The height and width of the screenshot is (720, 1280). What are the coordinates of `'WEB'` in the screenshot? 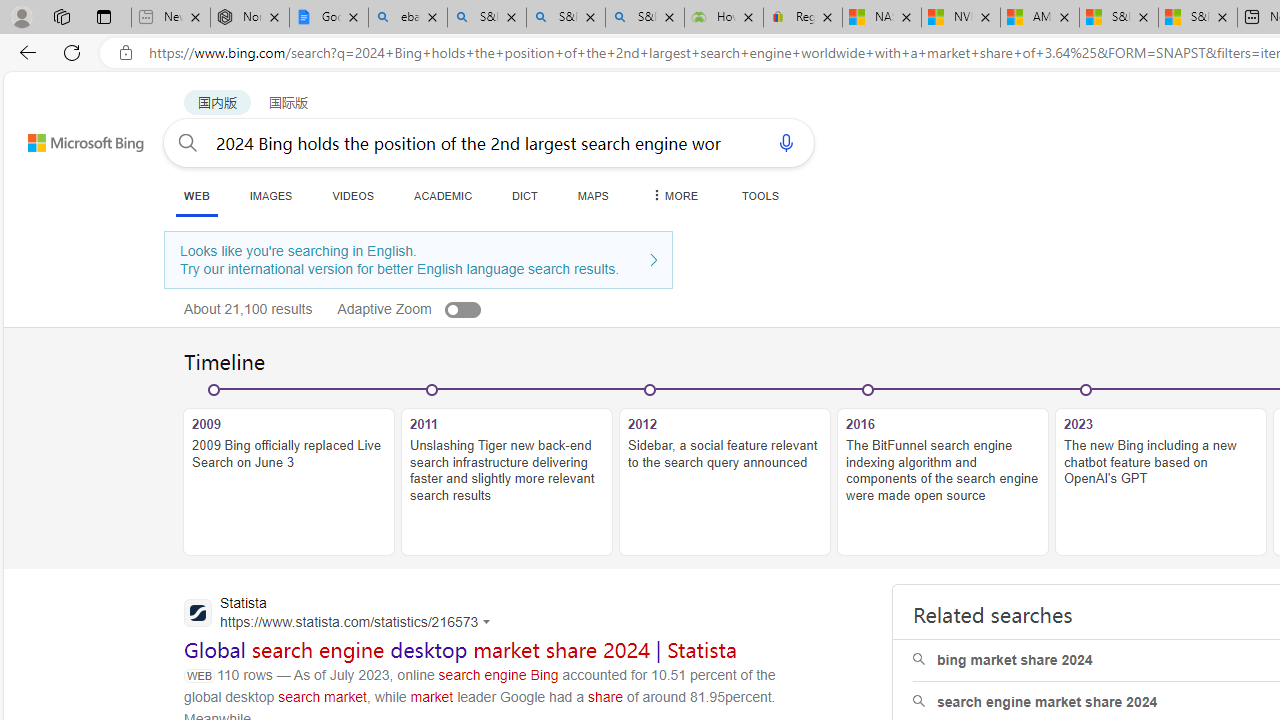 It's located at (197, 195).